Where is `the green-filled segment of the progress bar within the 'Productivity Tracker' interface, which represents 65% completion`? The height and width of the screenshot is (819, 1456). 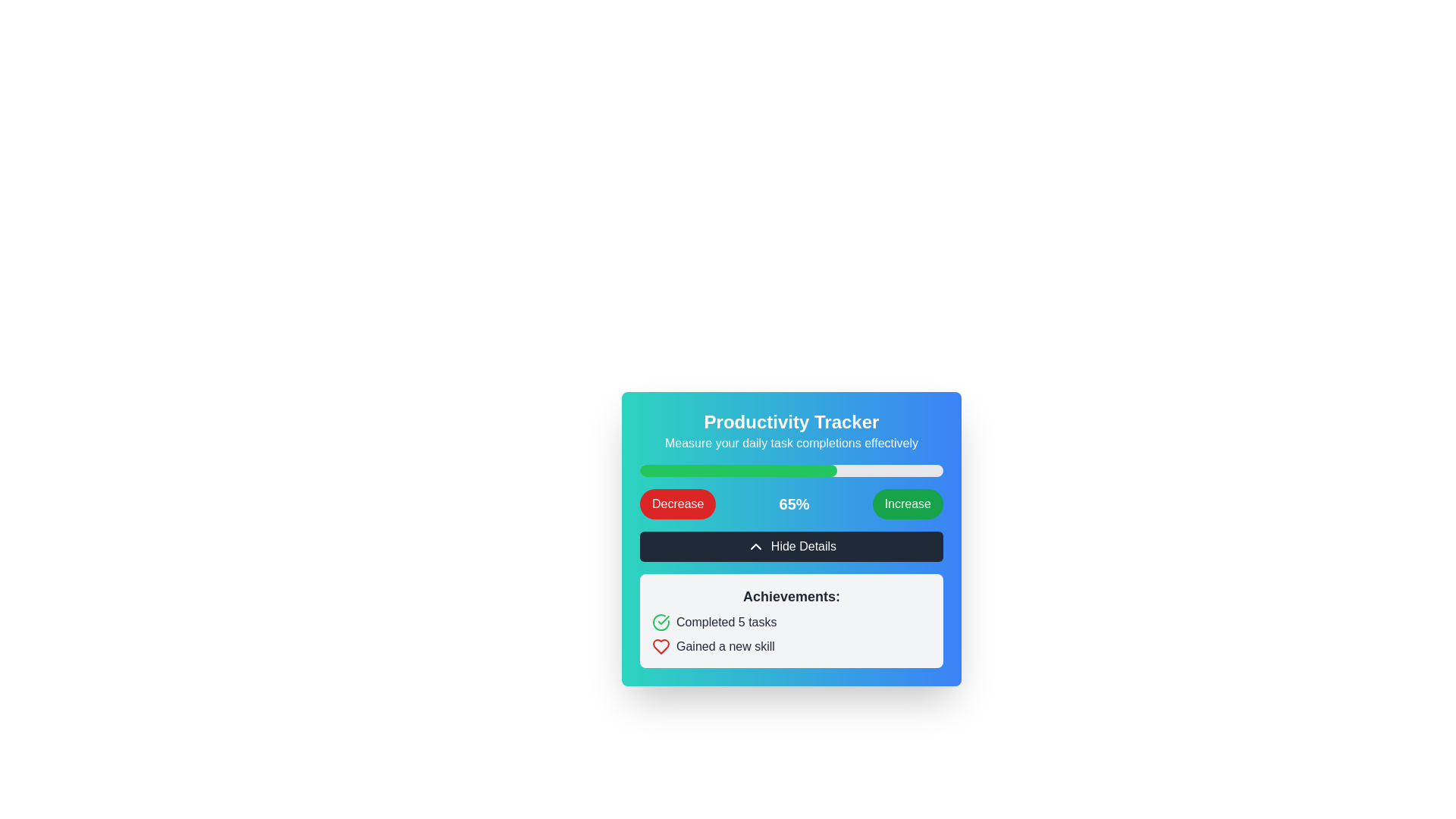 the green-filled segment of the progress bar within the 'Productivity Tracker' interface, which represents 65% completion is located at coordinates (739, 470).